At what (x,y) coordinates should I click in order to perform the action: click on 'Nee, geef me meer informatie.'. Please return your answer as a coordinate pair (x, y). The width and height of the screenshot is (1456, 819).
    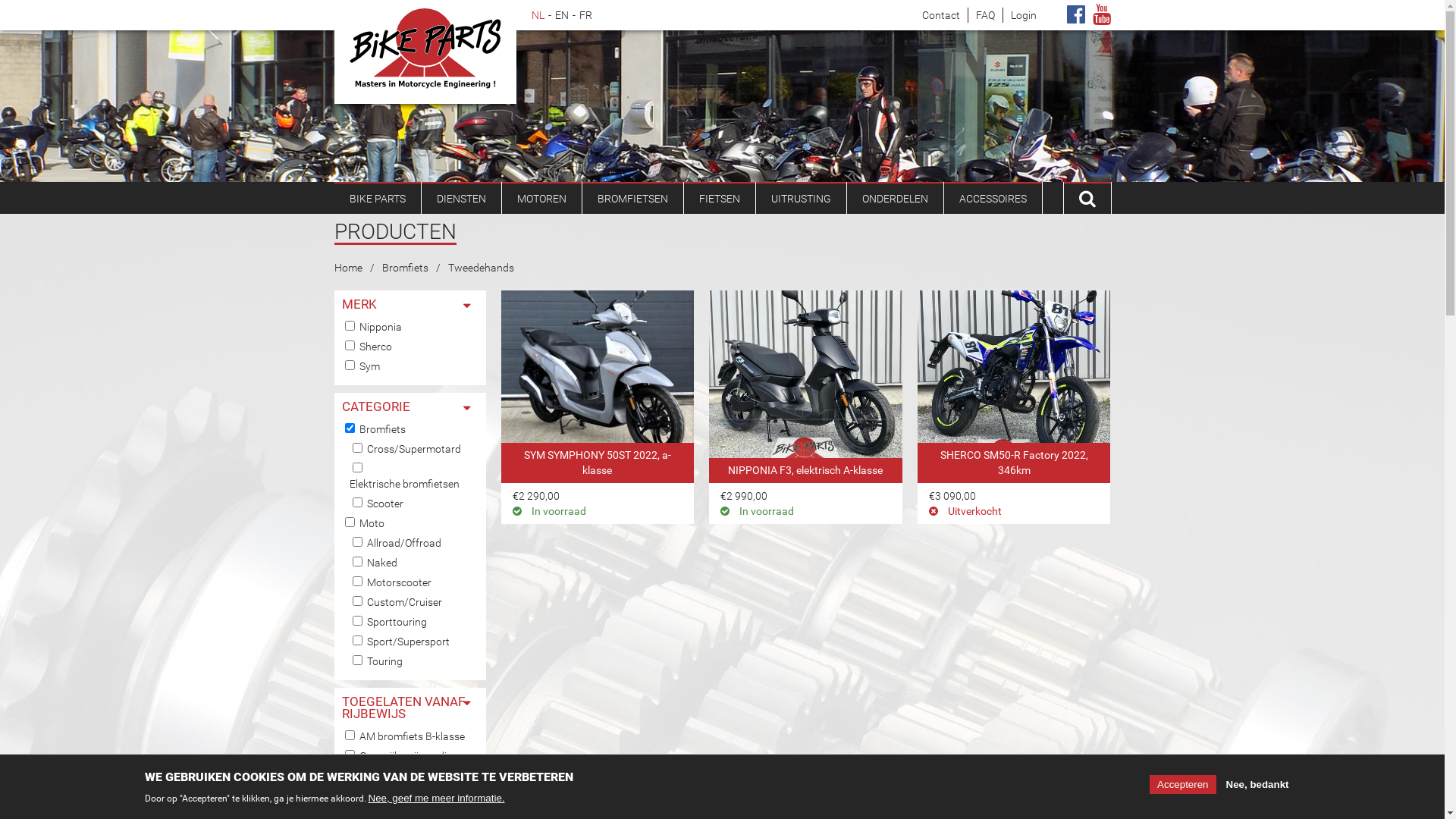
    Looking at the image, I should click on (436, 796).